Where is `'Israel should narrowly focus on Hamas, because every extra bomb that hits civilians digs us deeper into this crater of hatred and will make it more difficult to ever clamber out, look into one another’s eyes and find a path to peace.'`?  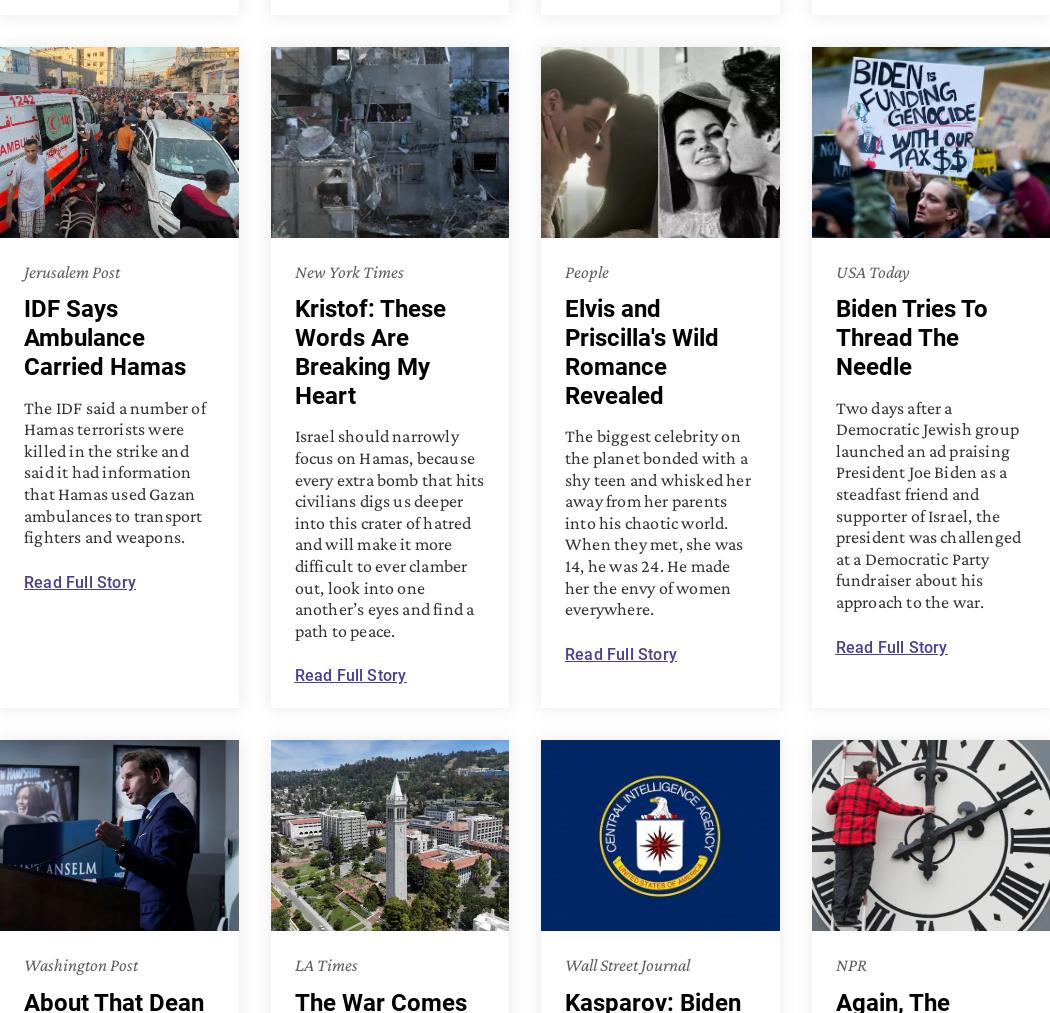 'Israel should narrowly focus on Hamas, because every extra bomb that hits civilians digs us deeper into this crater of hatred and will make it more difficult to ever clamber out, look into one another’s eyes and find a path to peace.' is located at coordinates (389, 533).